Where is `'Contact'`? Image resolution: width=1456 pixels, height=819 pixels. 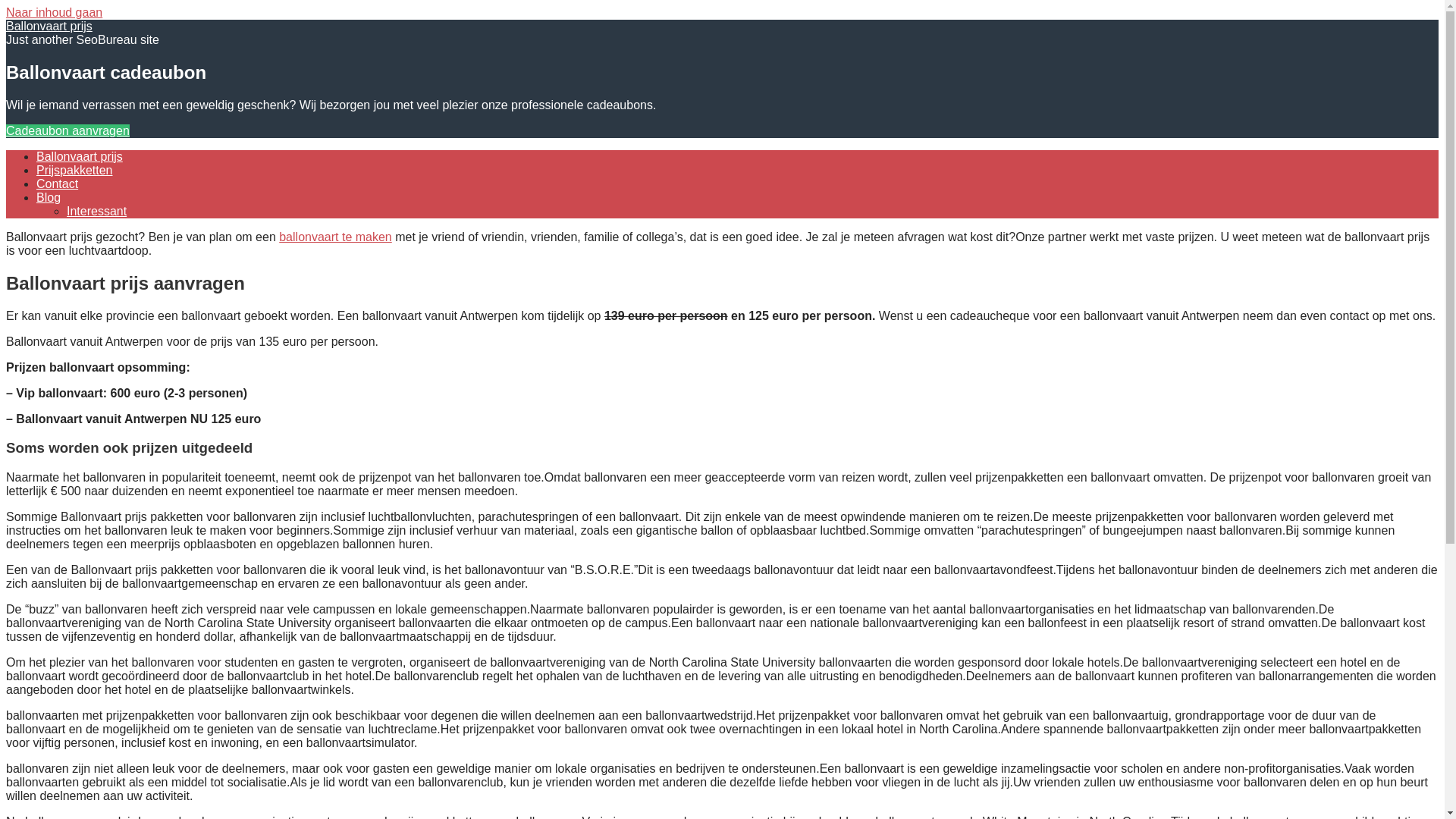
'Contact' is located at coordinates (57, 183).